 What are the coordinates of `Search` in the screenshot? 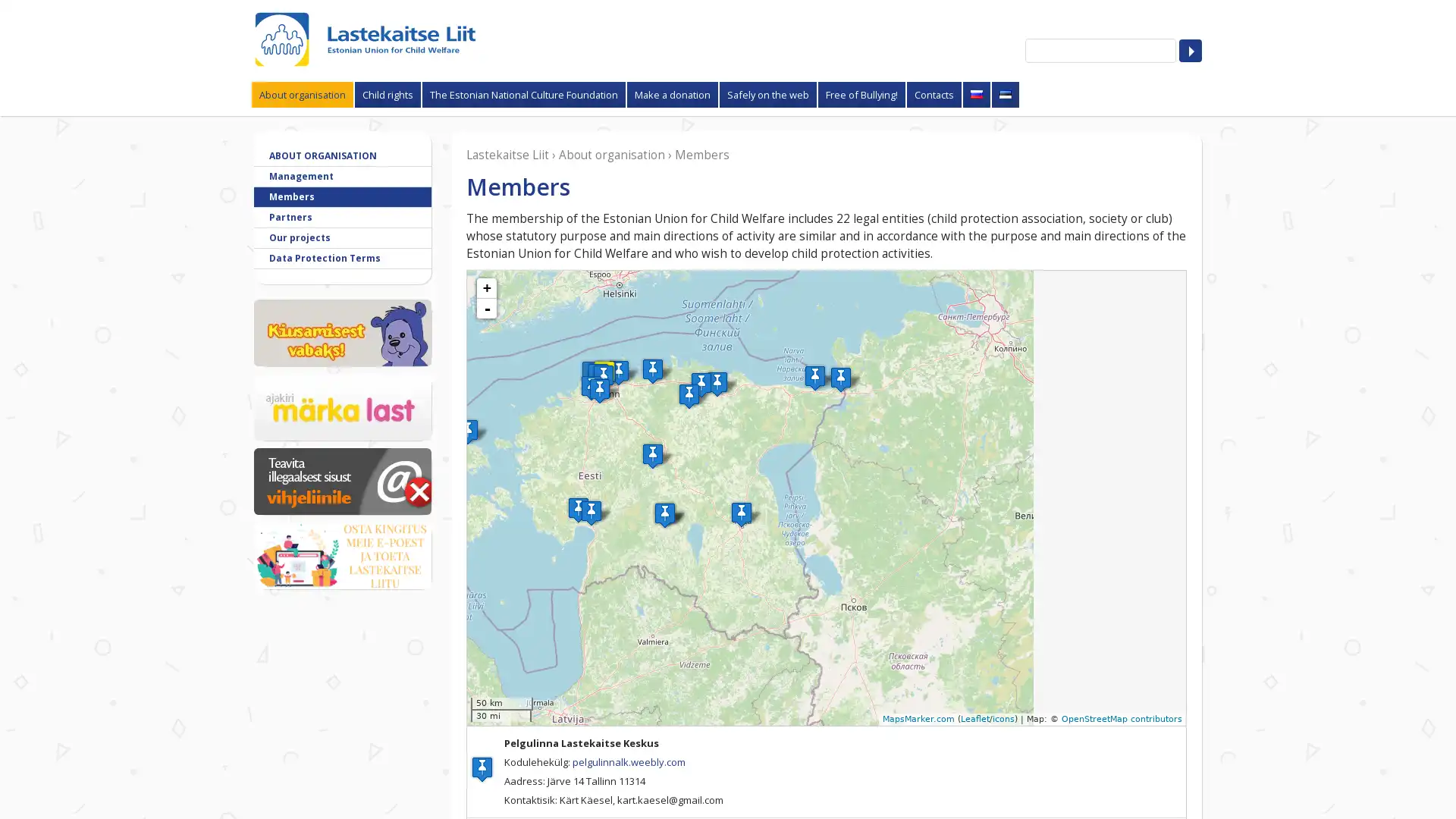 It's located at (1189, 49).